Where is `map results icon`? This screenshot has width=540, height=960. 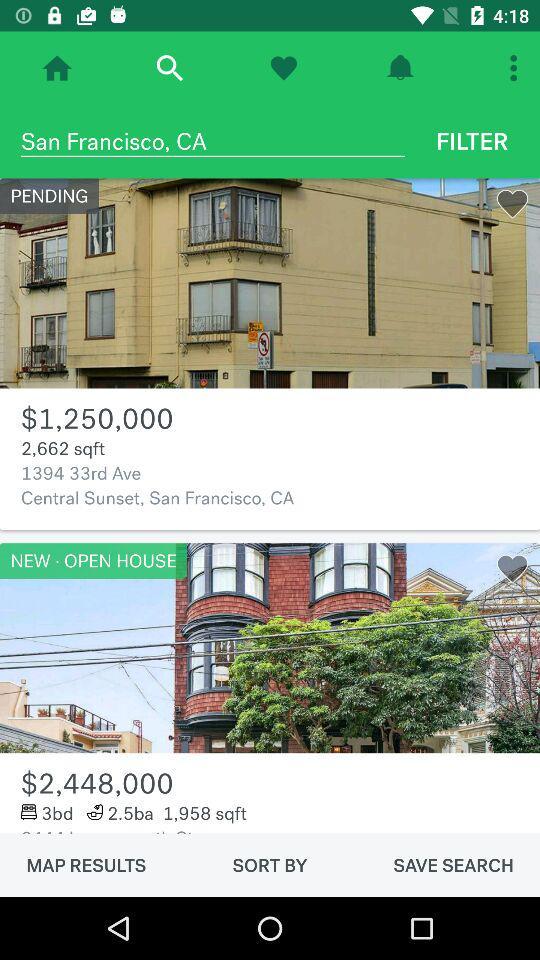 map results icon is located at coordinates (85, 864).